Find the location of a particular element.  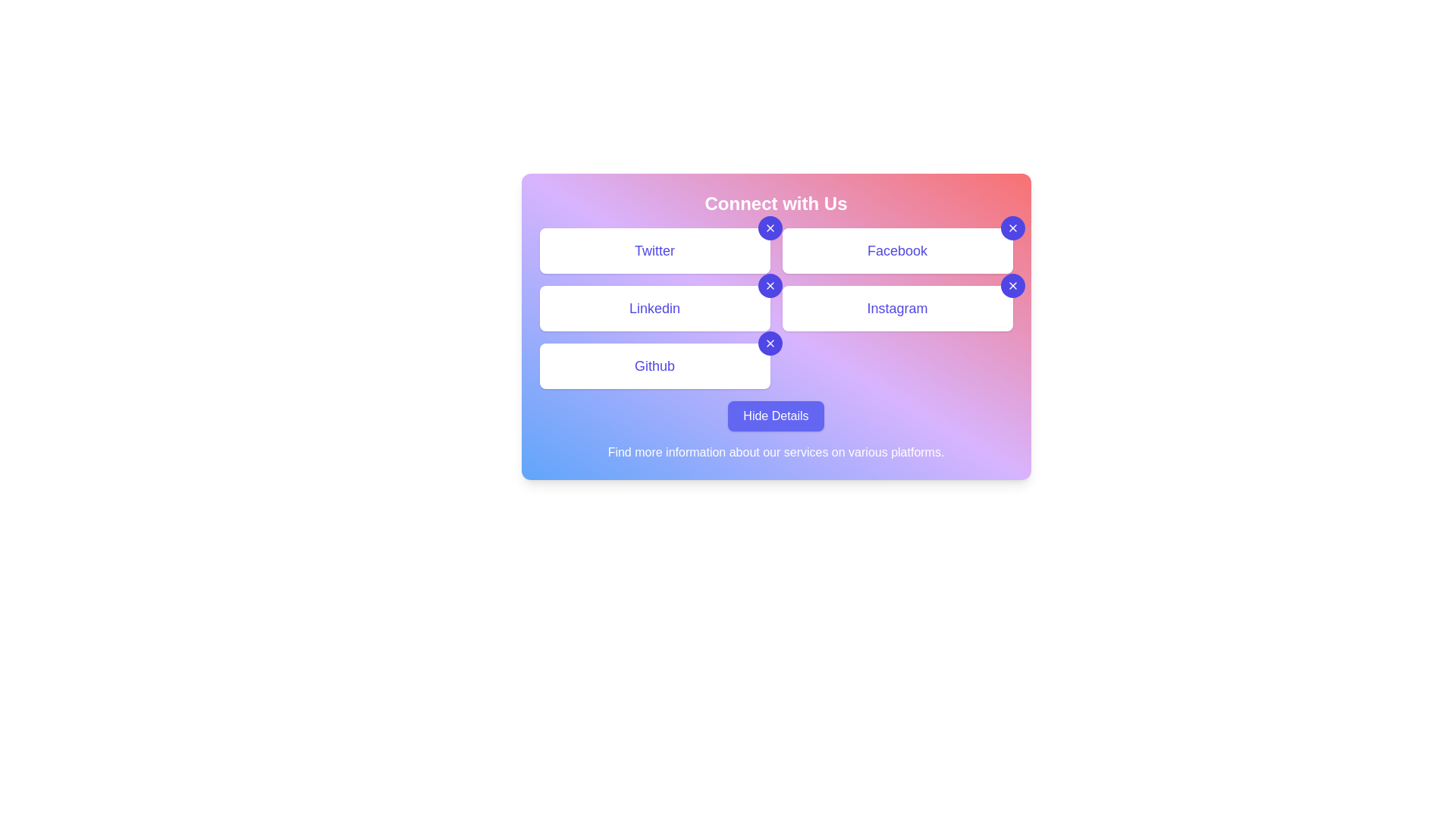

the Close Button located at the top-right corner of the Facebook section is located at coordinates (1012, 227).